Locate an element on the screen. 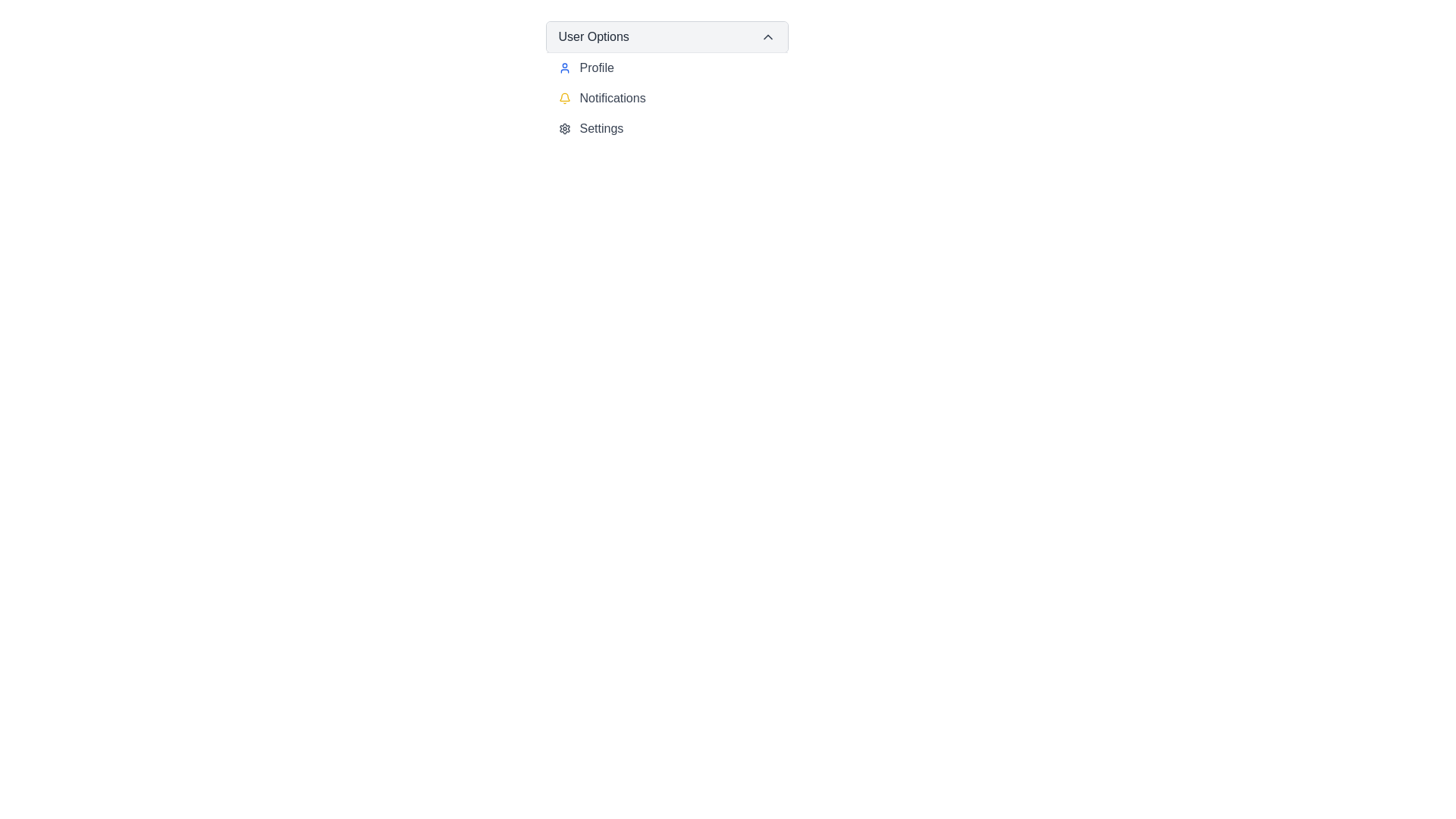  the 'Settings' text label located in the dropdown menu under 'User Options', which is the last item below 'Notifications' for interaction is located at coordinates (601, 127).